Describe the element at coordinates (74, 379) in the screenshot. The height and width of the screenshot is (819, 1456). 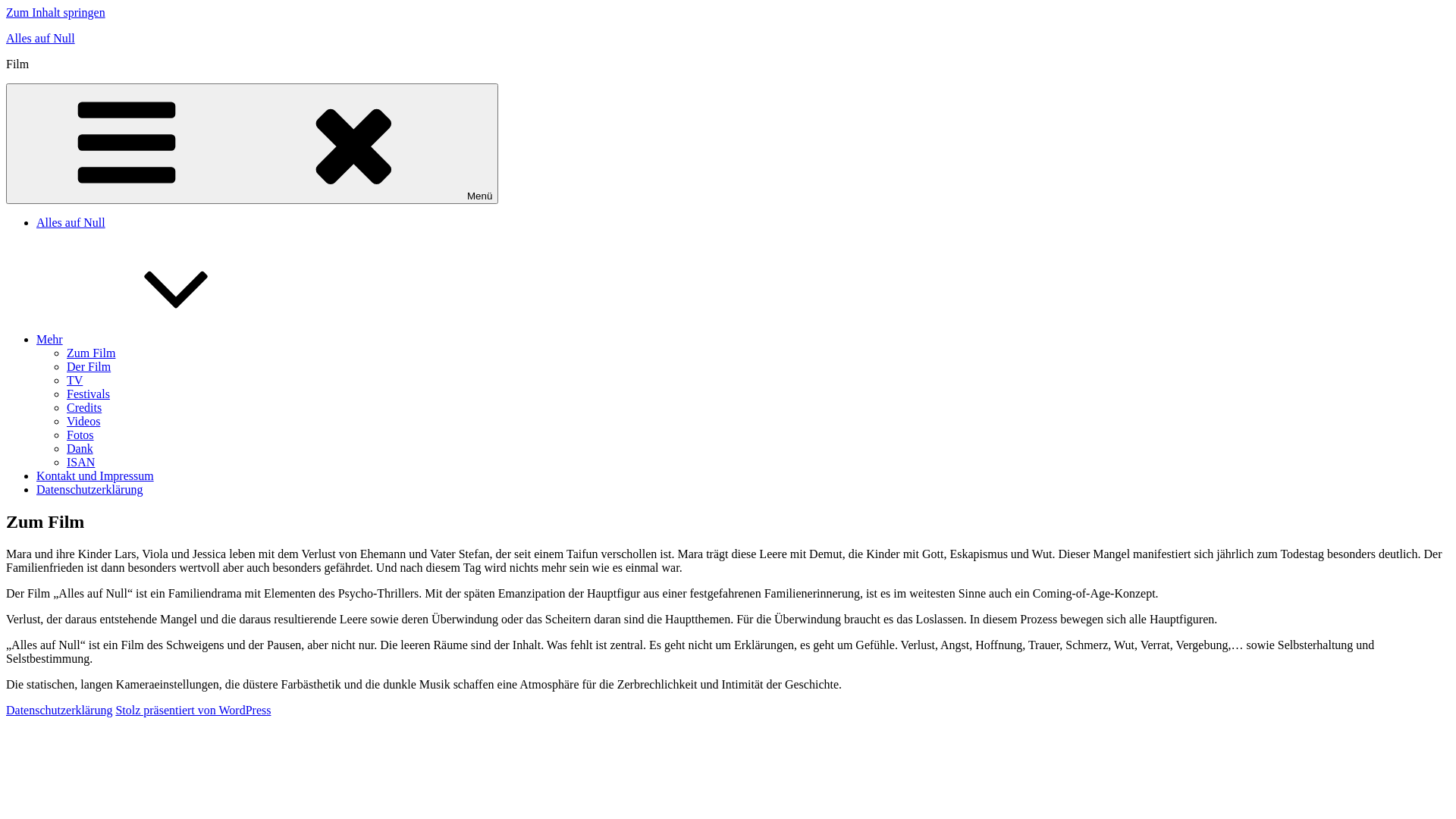
I see `'TV'` at that location.